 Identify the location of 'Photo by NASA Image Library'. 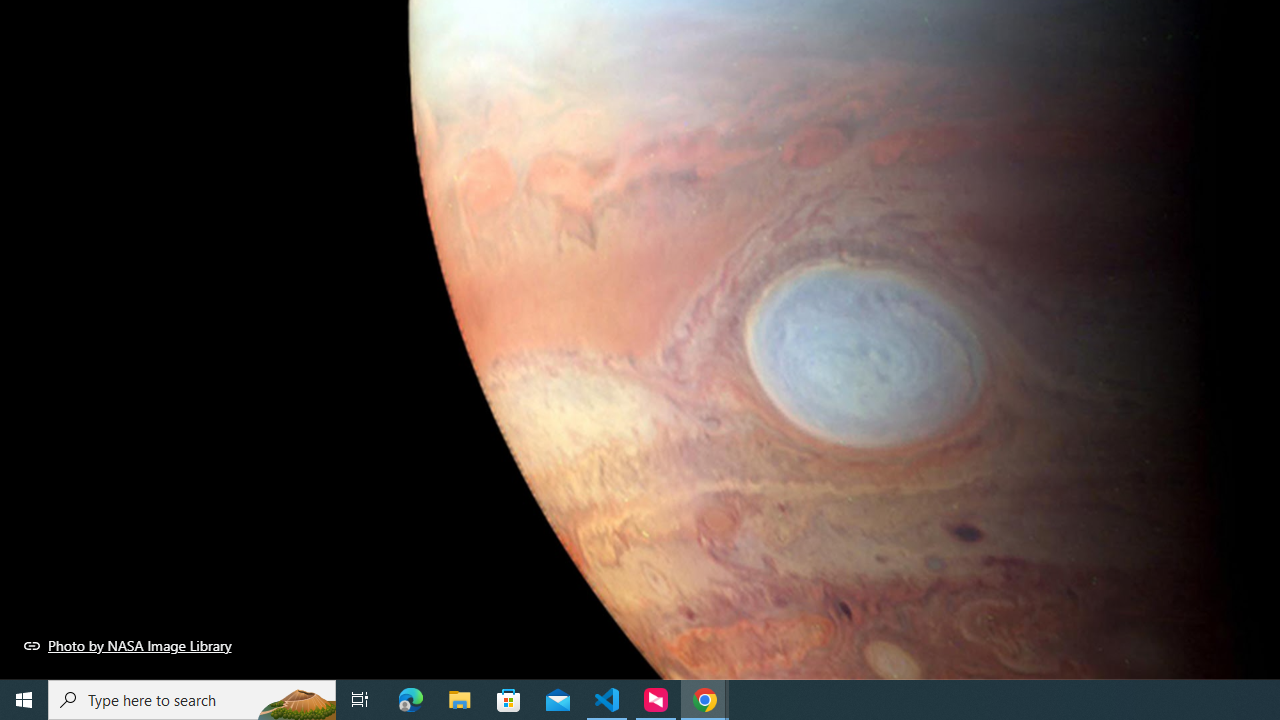
(127, 645).